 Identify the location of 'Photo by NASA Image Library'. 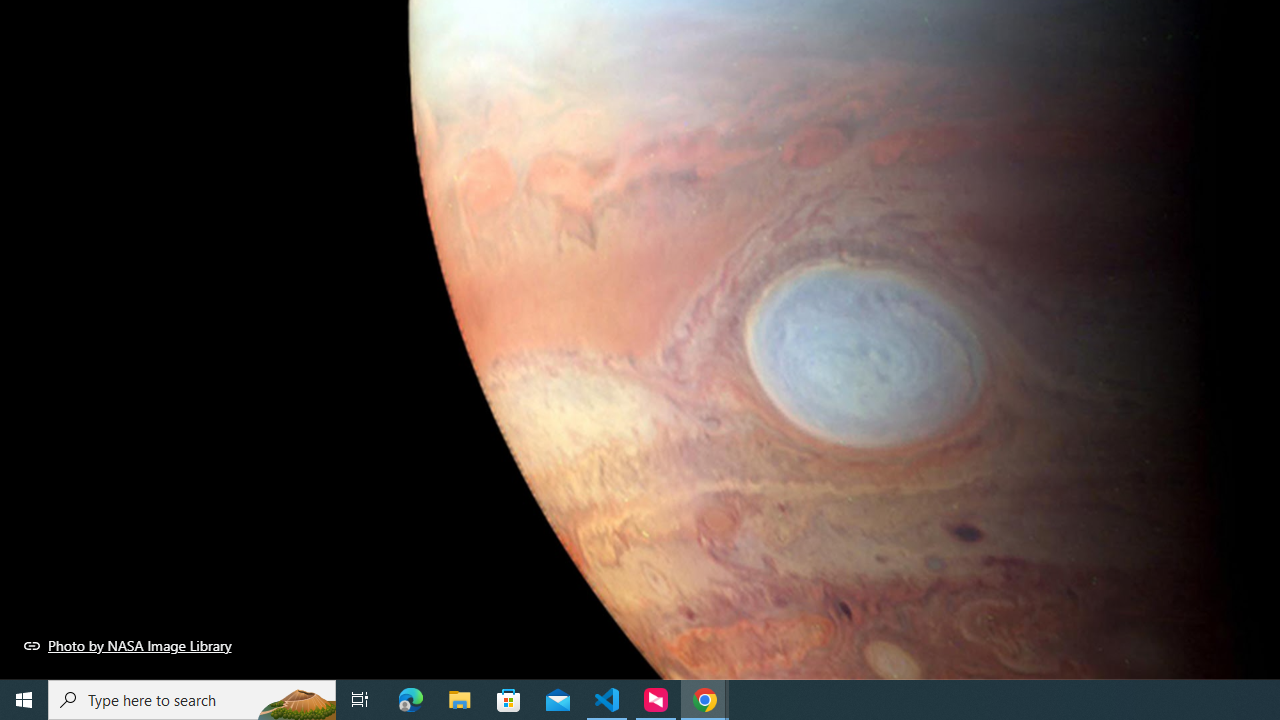
(127, 645).